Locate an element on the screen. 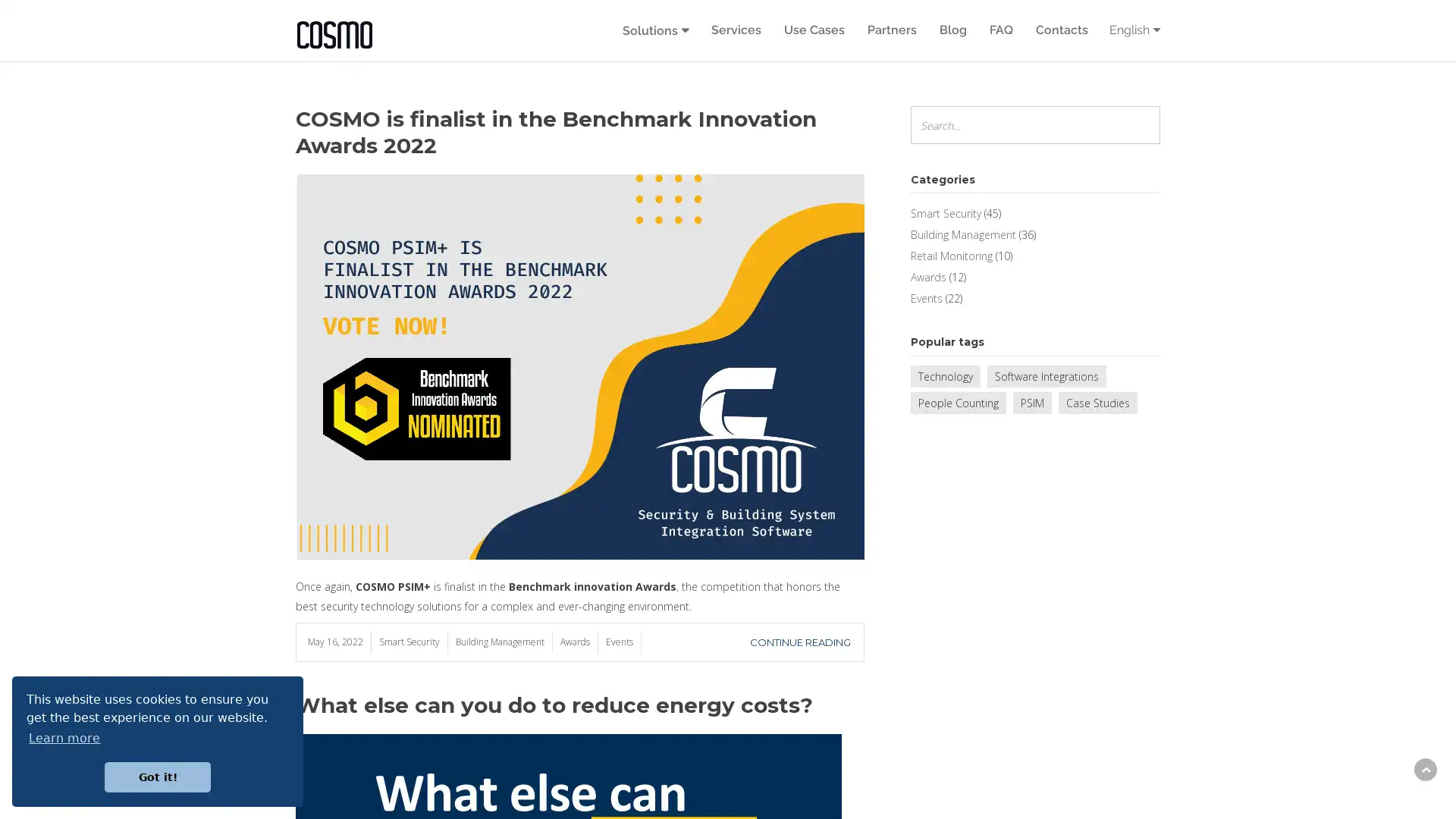 The width and height of the screenshot is (1456, 819). dismiss cookie message is located at coordinates (157, 777).